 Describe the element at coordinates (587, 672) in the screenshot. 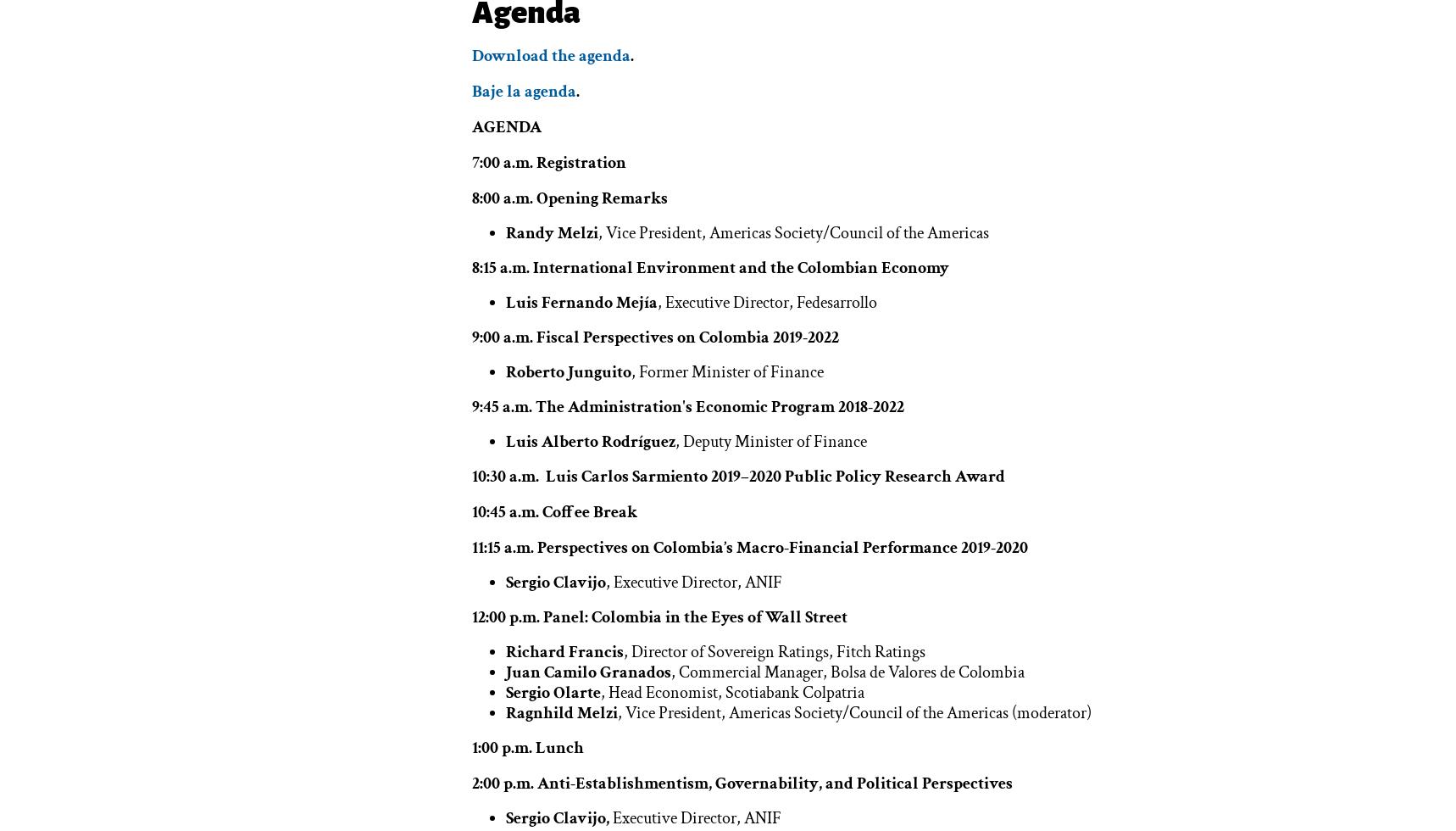

I see `'Juan Camilo Granados'` at that location.